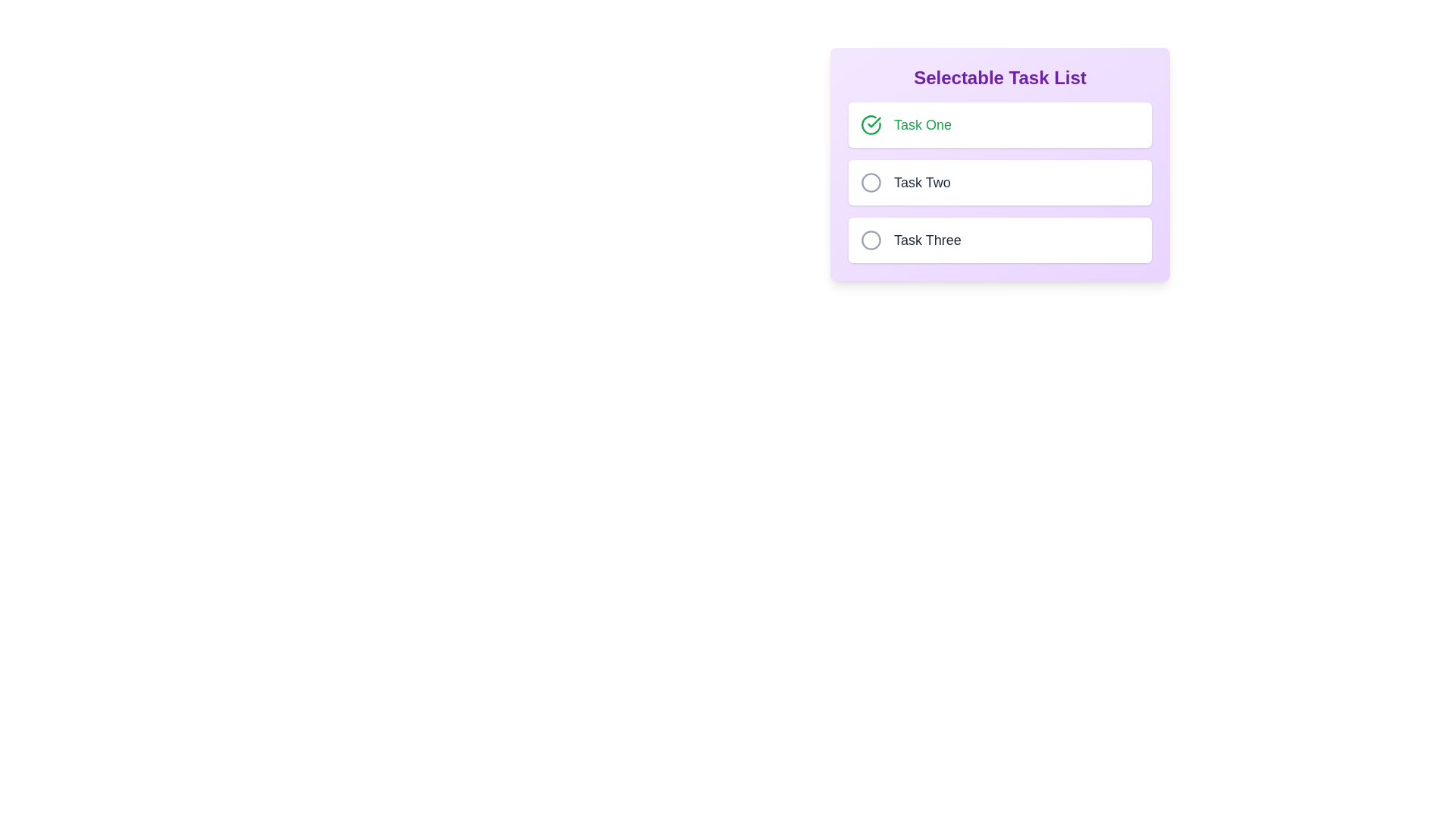 The height and width of the screenshot is (819, 1456). I want to click on the second selectable task item with a radio button in the light purple card titled 'Selectable Task List', so click(1000, 181).